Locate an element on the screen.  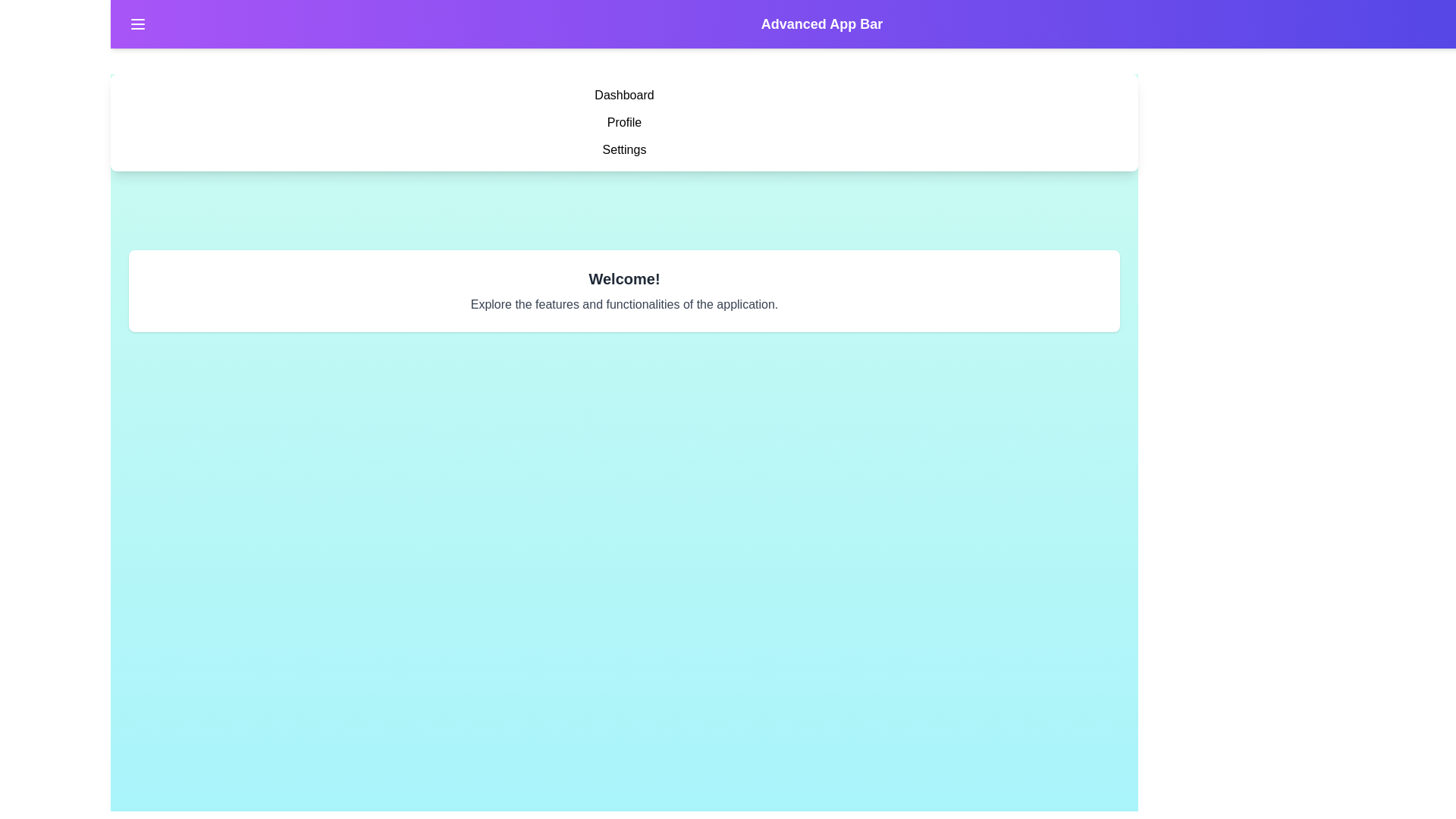
the 'Dashboard' menu item to navigate to the Dashboard is located at coordinates (624, 96).